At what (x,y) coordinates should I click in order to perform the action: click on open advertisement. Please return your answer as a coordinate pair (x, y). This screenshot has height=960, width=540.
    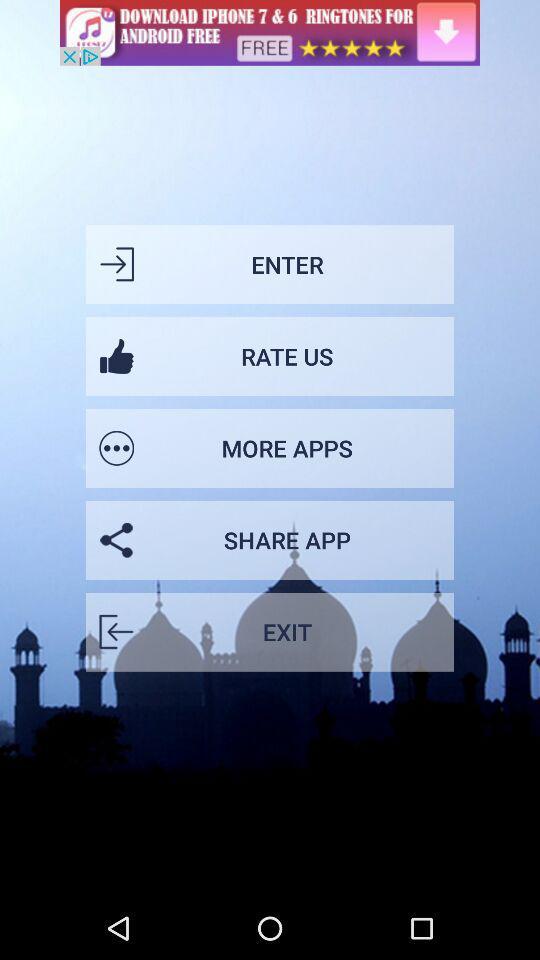
    Looking at the image, I should click on (270, 31).